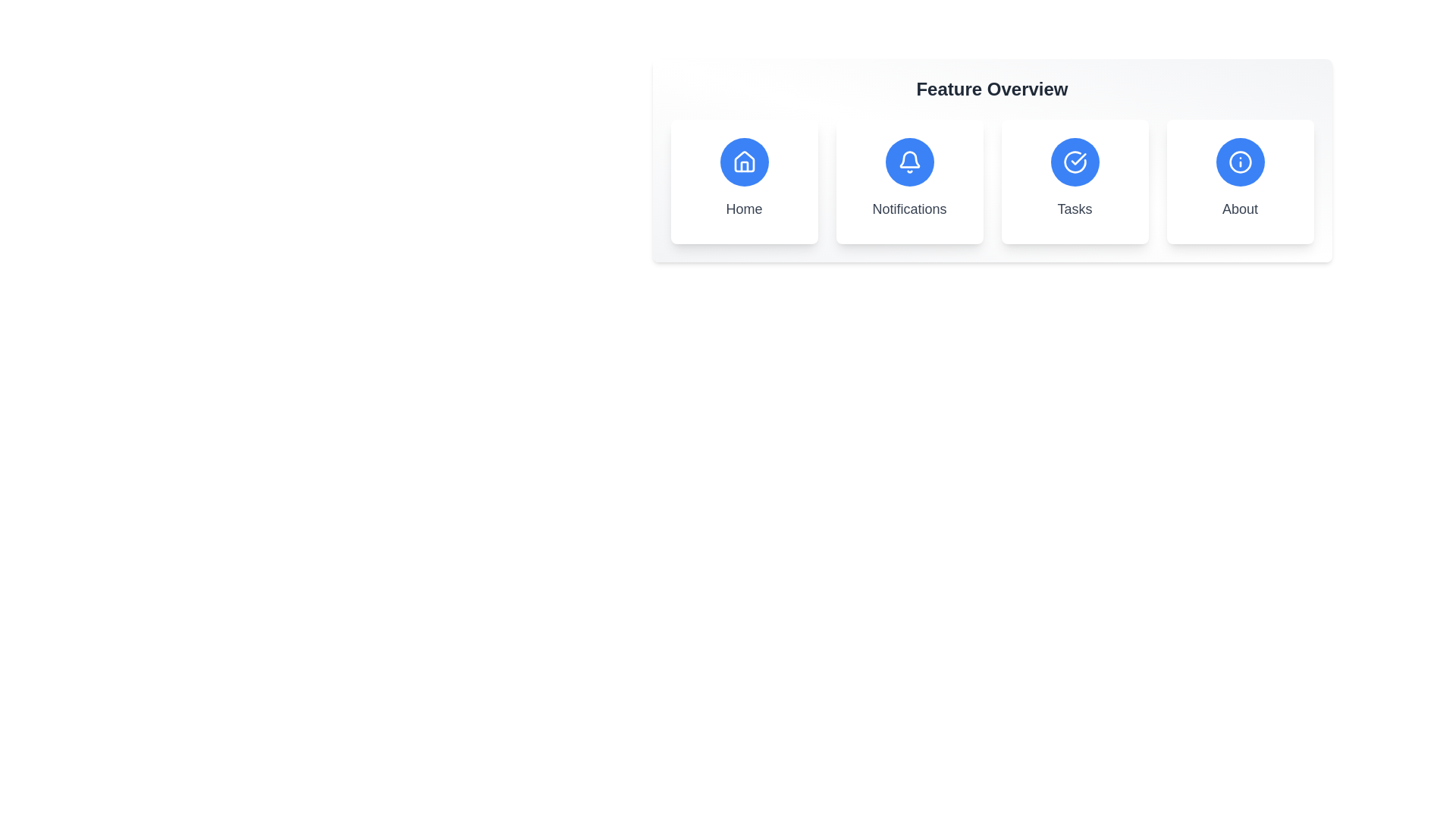 Image resolution: width=1456 pixels, height=819 pixels. What do you see at coordinates (1074, 162) in the screenshot?
I see `the status indicator icon located in the third tile of the 'Tasks' section, which is centrally positioned within the tile` at bounding box center [1074, 162].